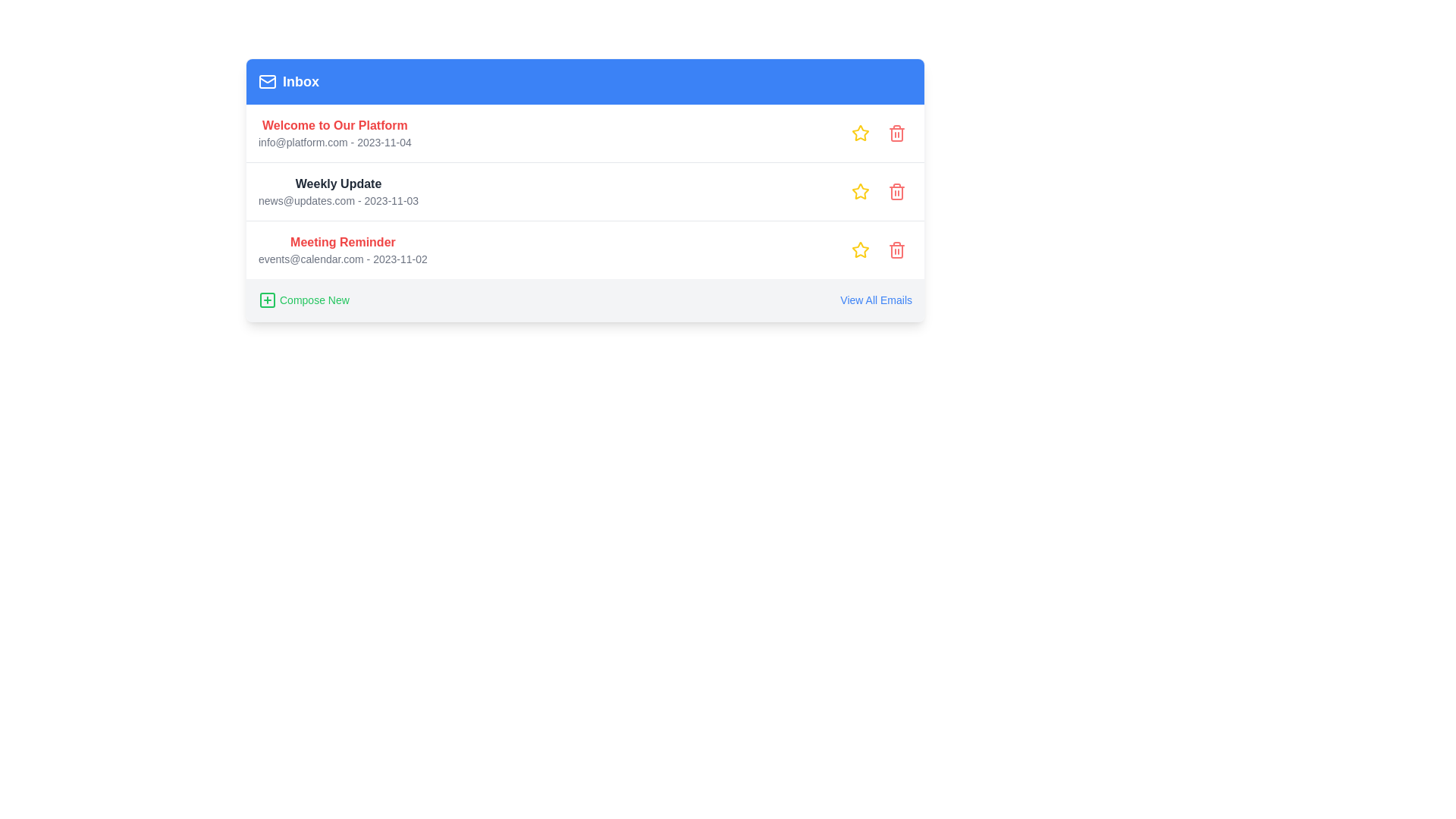  What do you see at coordinates (896, 191) in the screenshot?
I see `the delete button, which is the second icon in the rightmost column of the email list for the 'Weekly Update' entry` at bounding box center [896, 191].